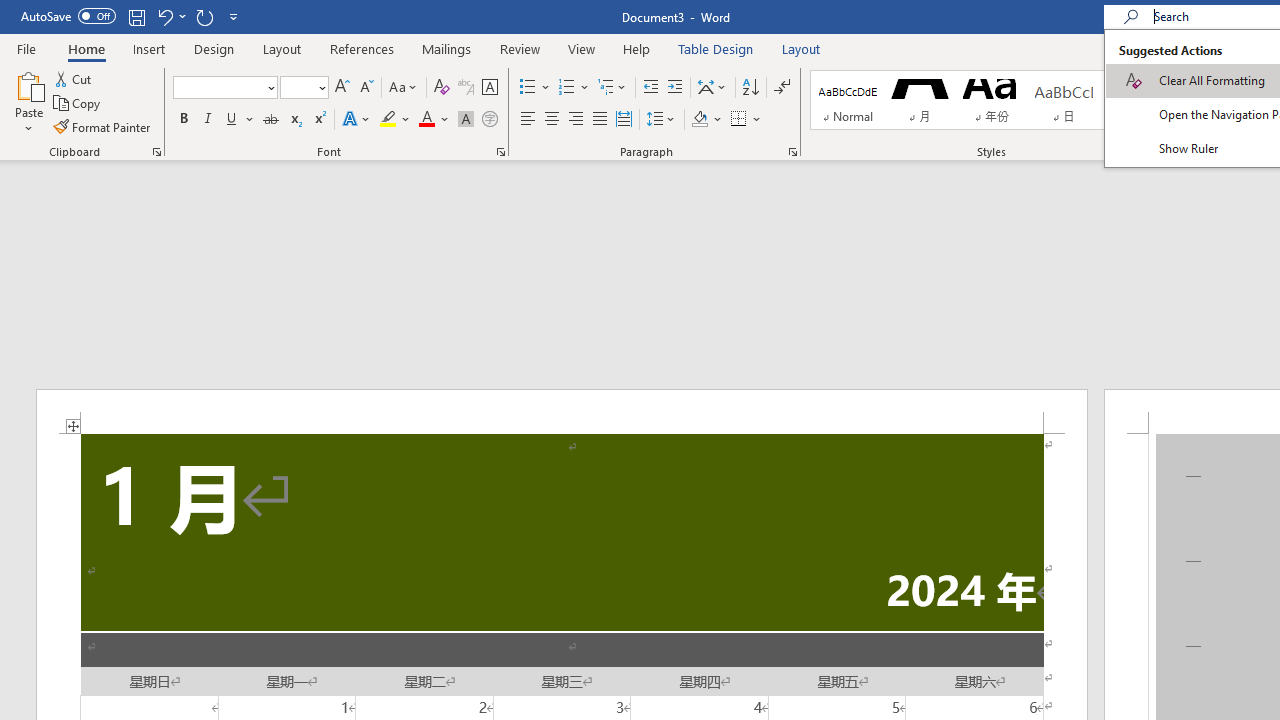  Describe the element at coordinates (130, 16) in the screenshot. I see `'Quick Access Toolbar'` at that location.